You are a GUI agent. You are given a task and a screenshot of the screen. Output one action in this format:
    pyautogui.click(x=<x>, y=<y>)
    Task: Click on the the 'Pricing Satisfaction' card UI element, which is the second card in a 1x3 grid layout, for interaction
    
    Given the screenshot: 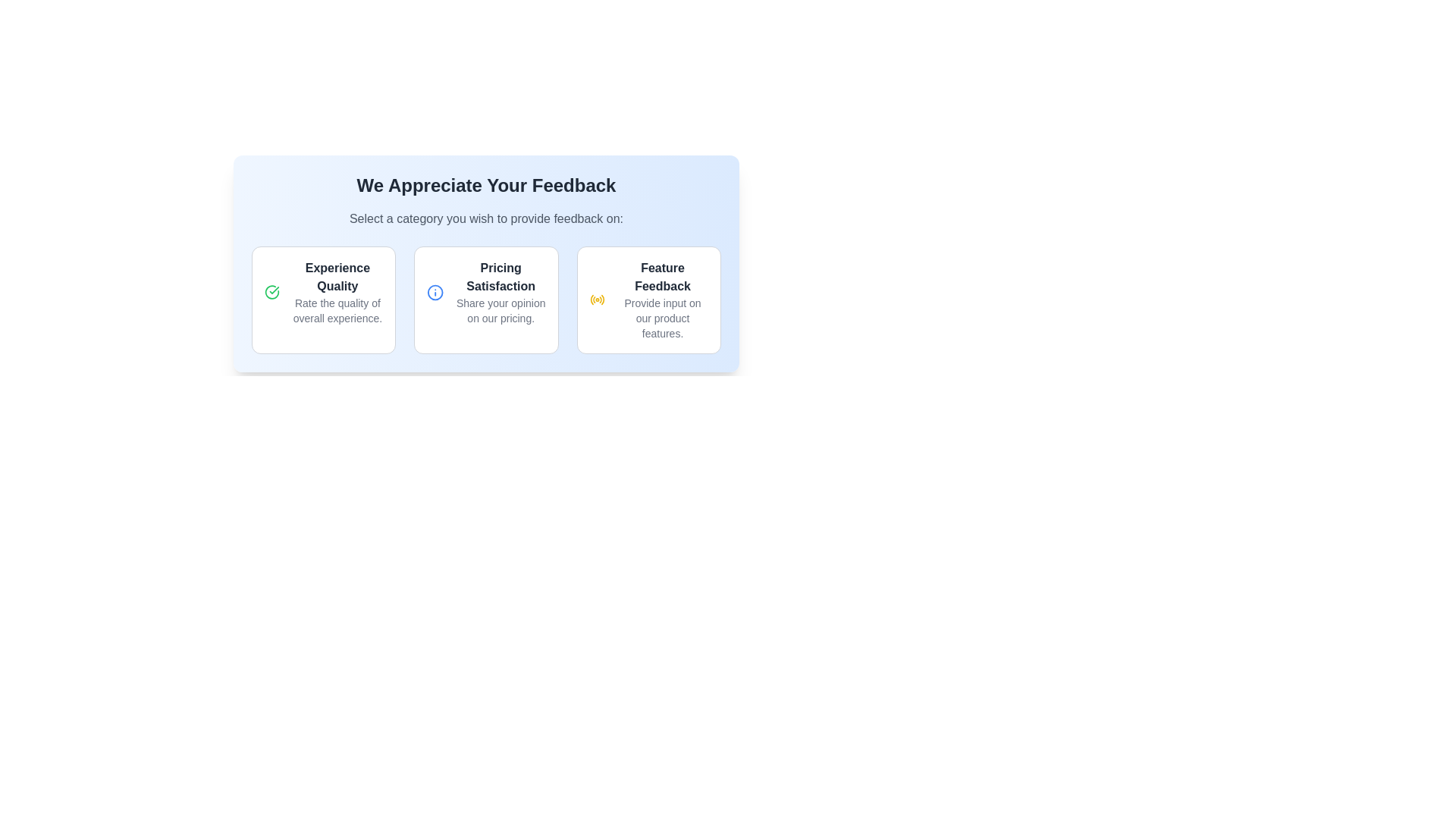 What is the action you would take?
    pyautogui.click(x=486, y=300)
    